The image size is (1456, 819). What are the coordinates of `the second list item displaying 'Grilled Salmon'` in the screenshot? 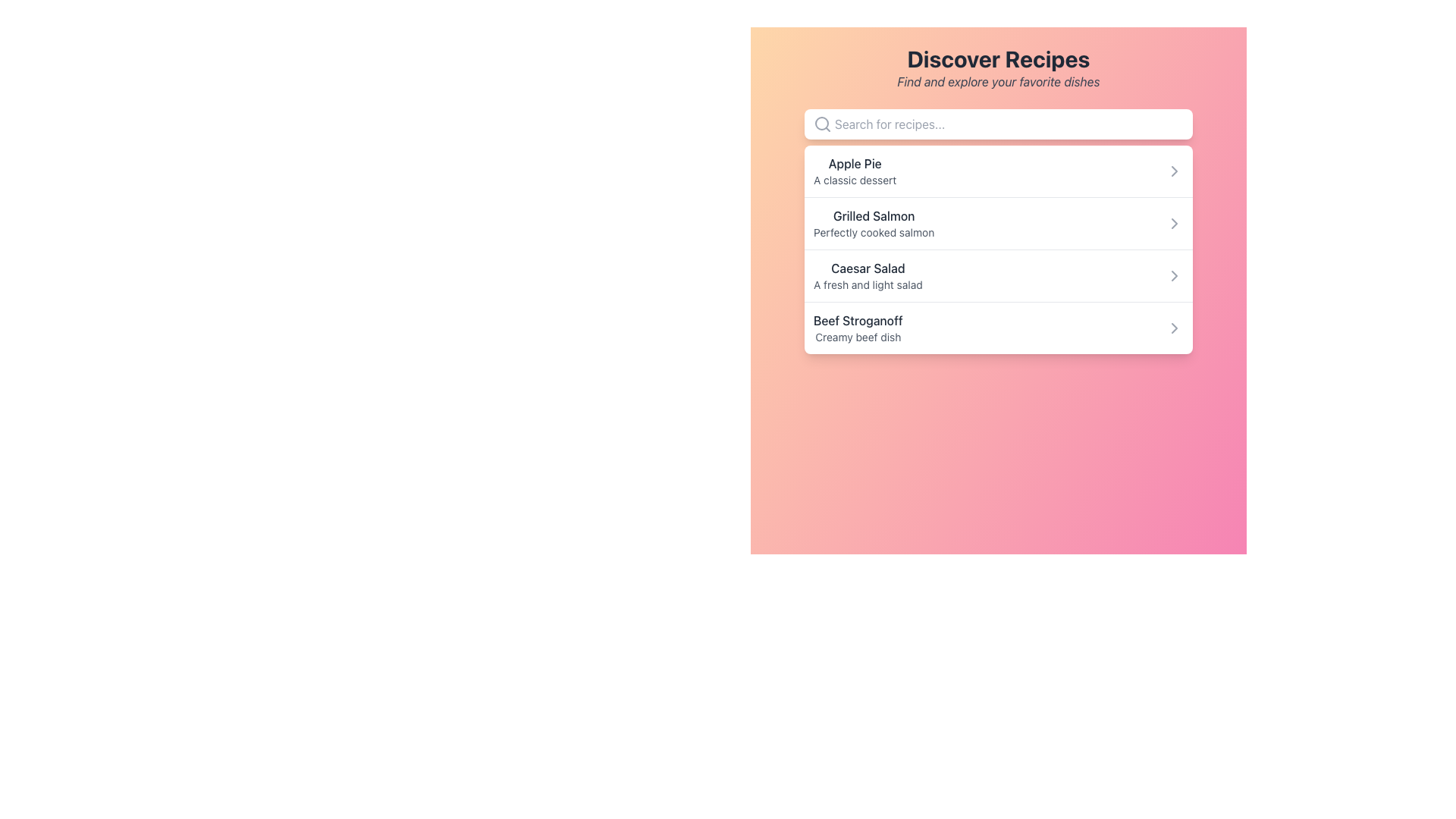 It's located at (998, 223).